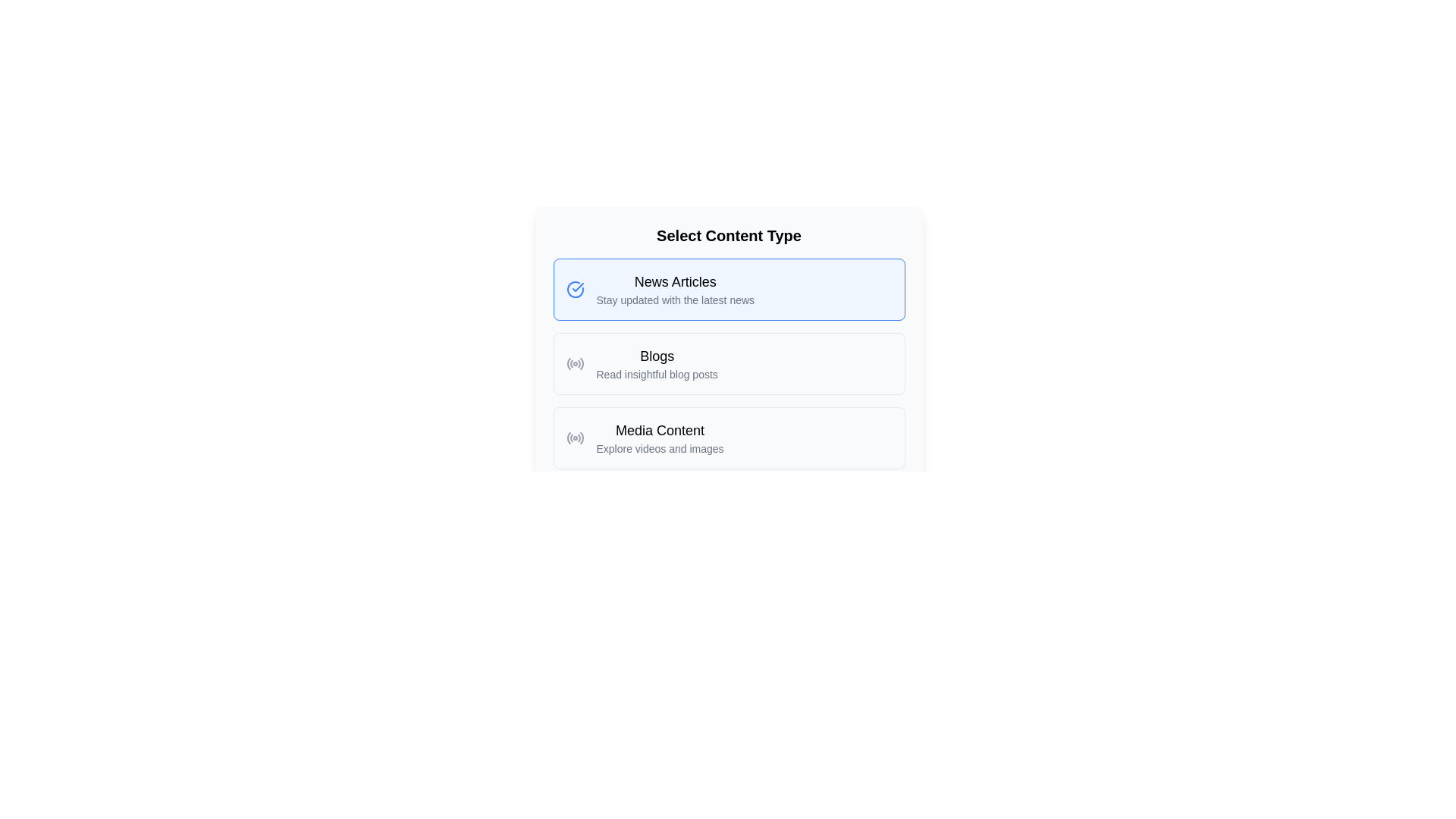  What do you see at coordinates (674, 300) in the screenshot?
I see `the descriptive text providing additional details about the 'News Articles' option, which is located directly below the 'News Articles' heading` at bounding box center [674, 300].